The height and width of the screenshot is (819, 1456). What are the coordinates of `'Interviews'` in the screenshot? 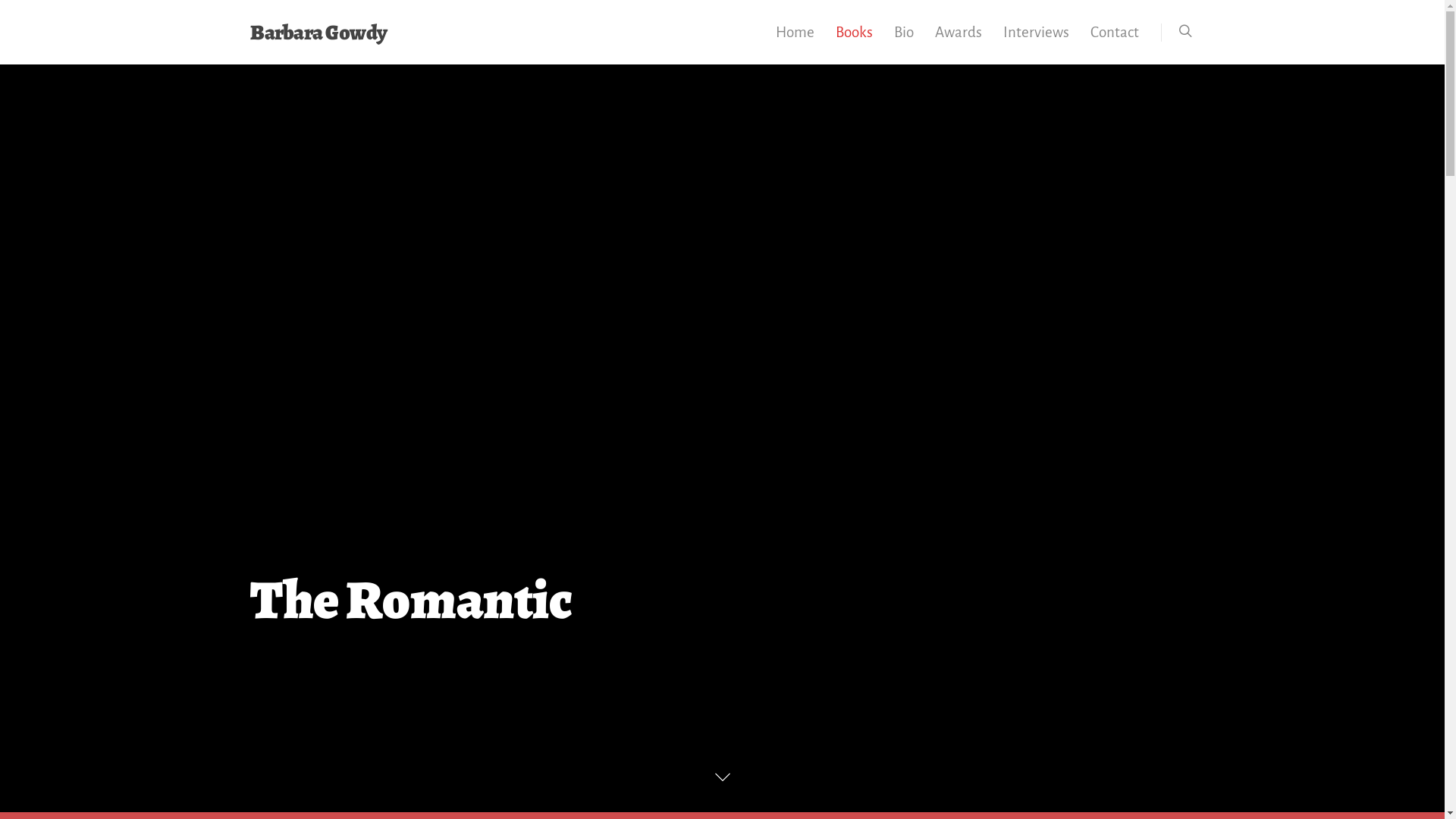 It's located at (993, 42).